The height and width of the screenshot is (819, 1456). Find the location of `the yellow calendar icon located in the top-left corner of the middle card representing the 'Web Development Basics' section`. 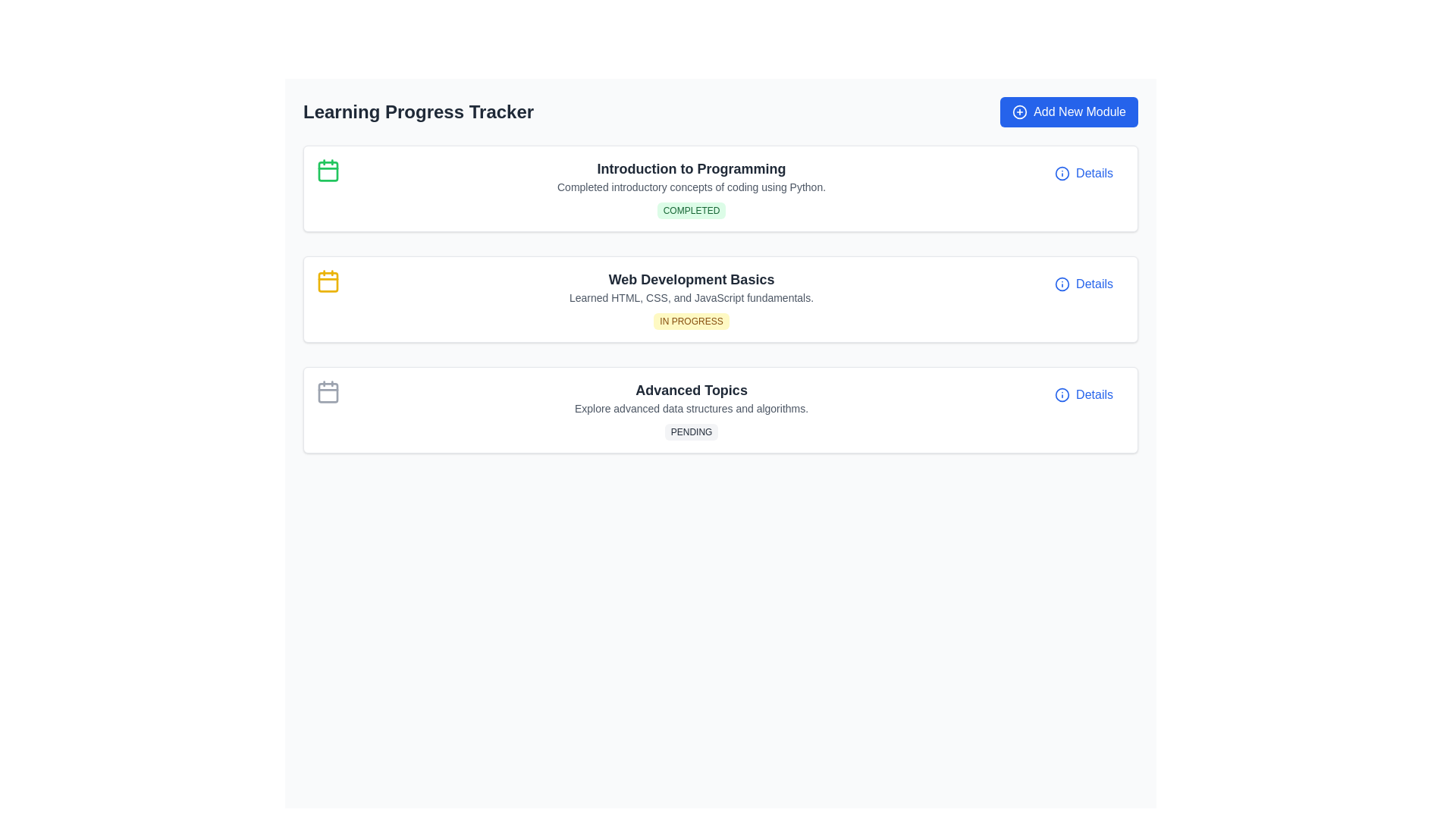

the yellow calendar icon located in the top-left corner of the middle card representing the 'Web Development Basics' section is located at coordinates (327, 281).